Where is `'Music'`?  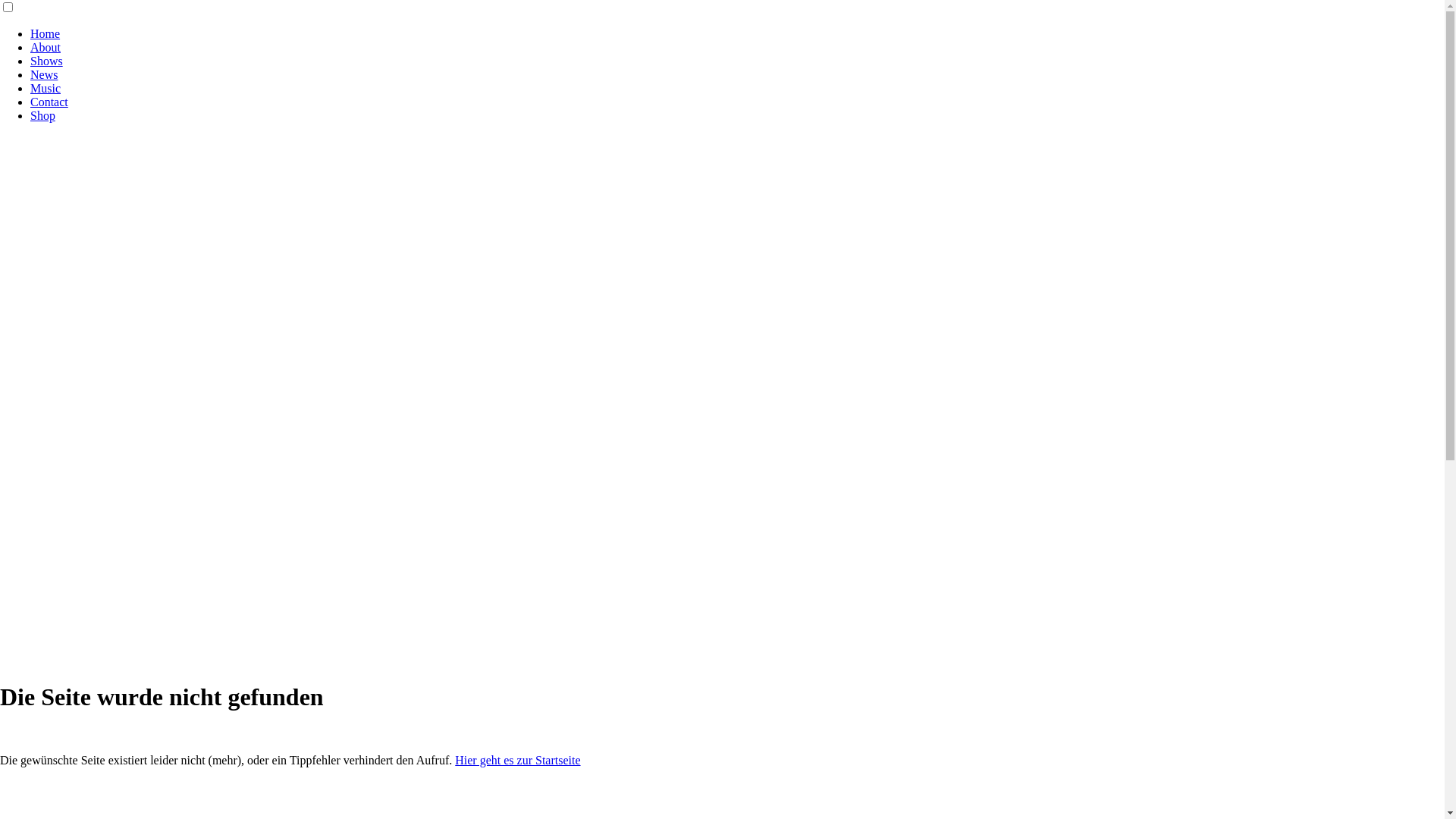
'Music' is located at coordinates (45, 88).